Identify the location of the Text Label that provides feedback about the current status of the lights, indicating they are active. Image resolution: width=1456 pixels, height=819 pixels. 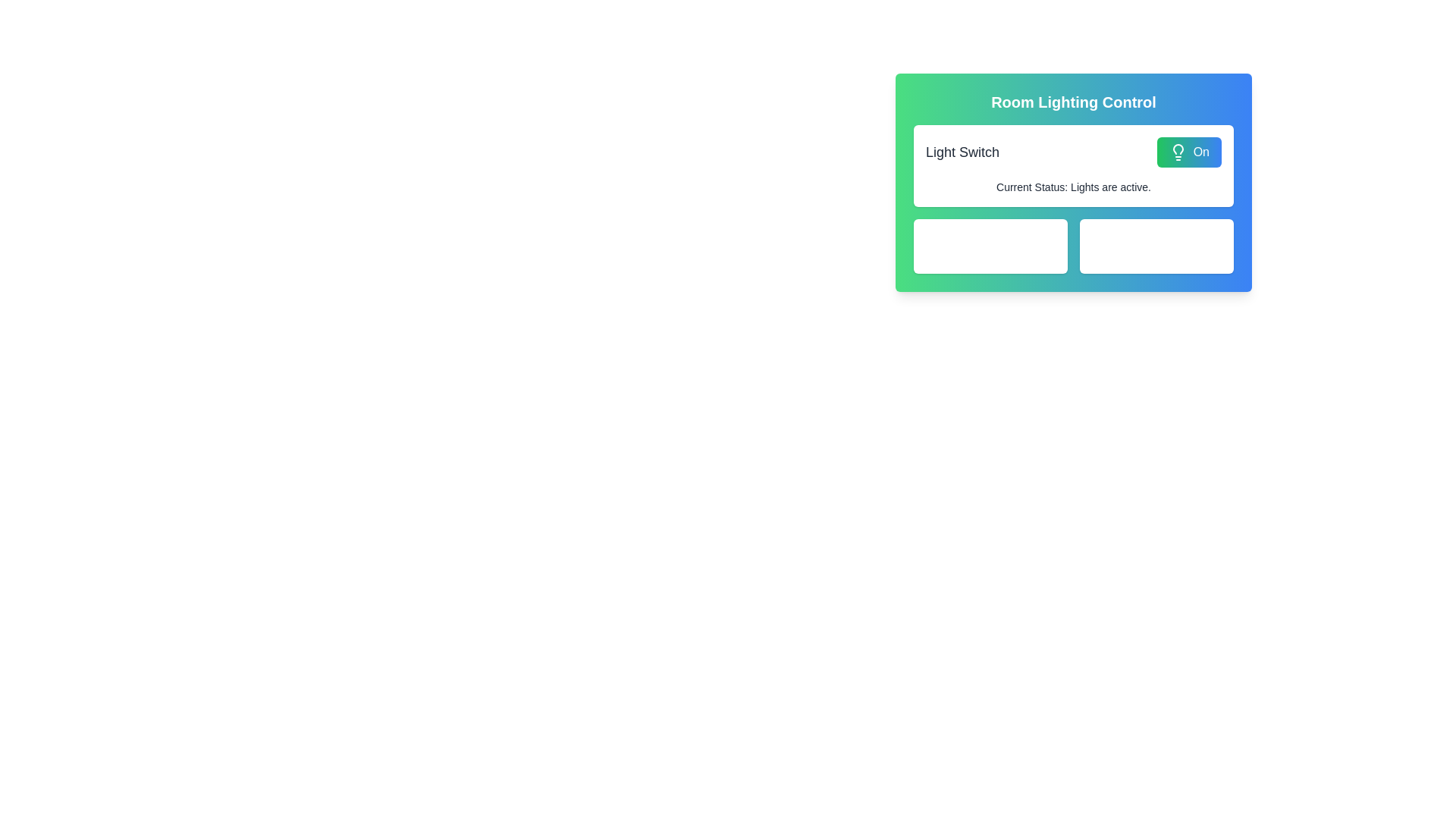
(1073, 186).